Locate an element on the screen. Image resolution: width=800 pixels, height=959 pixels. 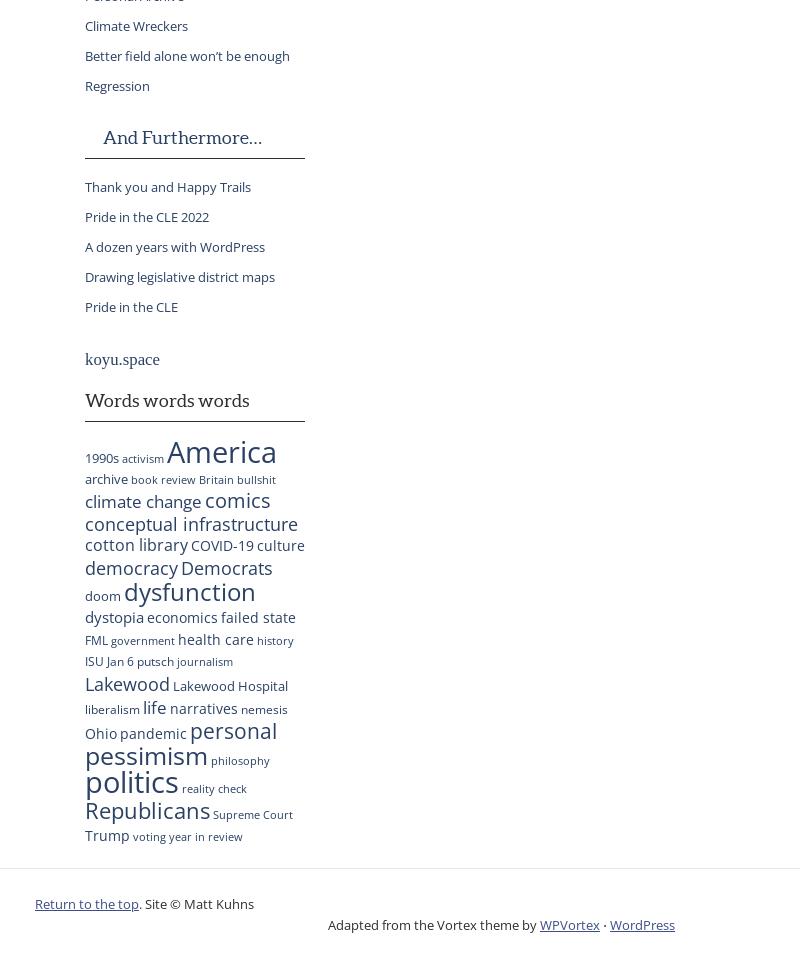
'Lakewood Hospital' is located at coordinates (230, 685).